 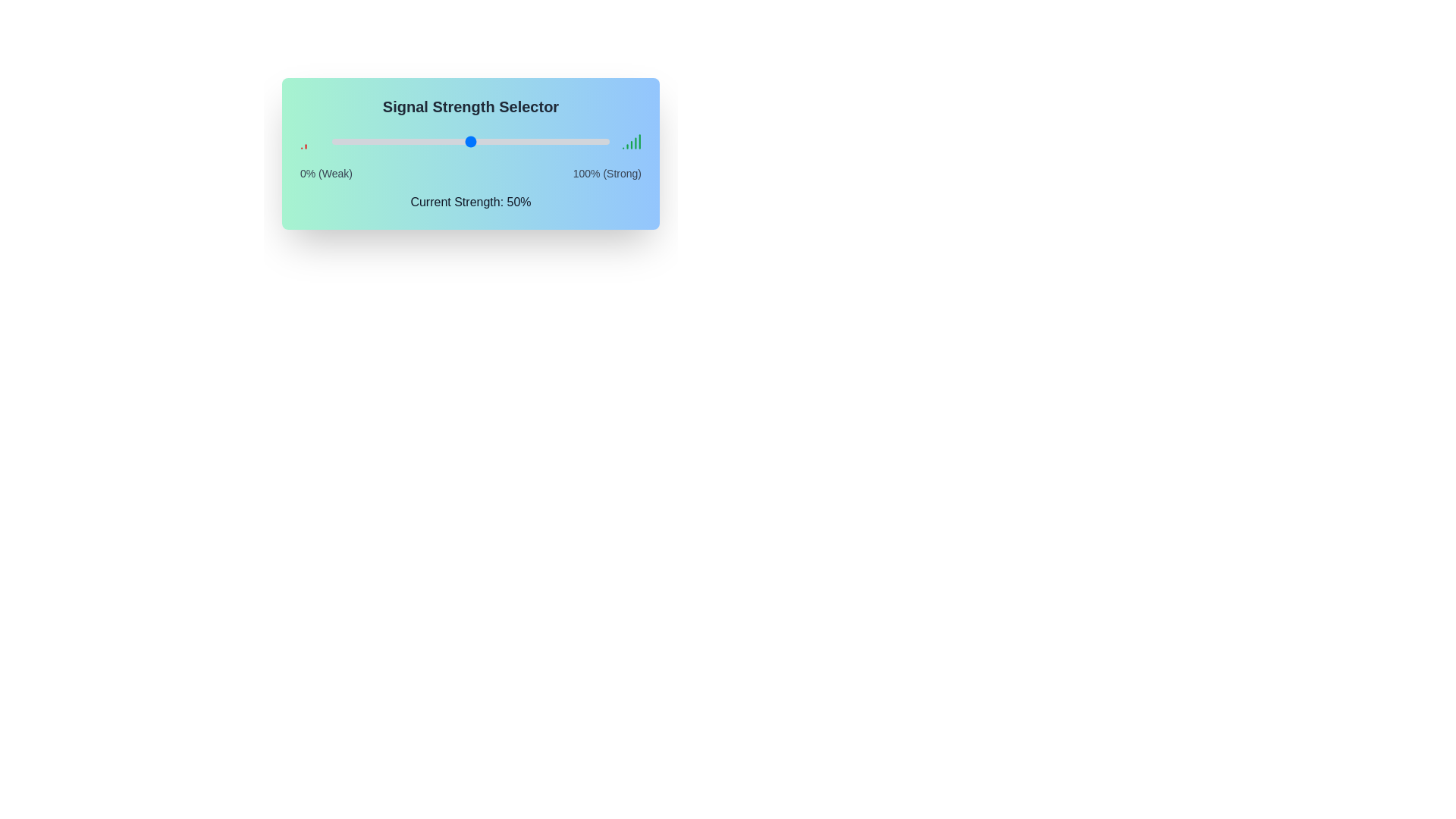 I want to click on the signal strength slider to 7%, so click(x=350, y=141).